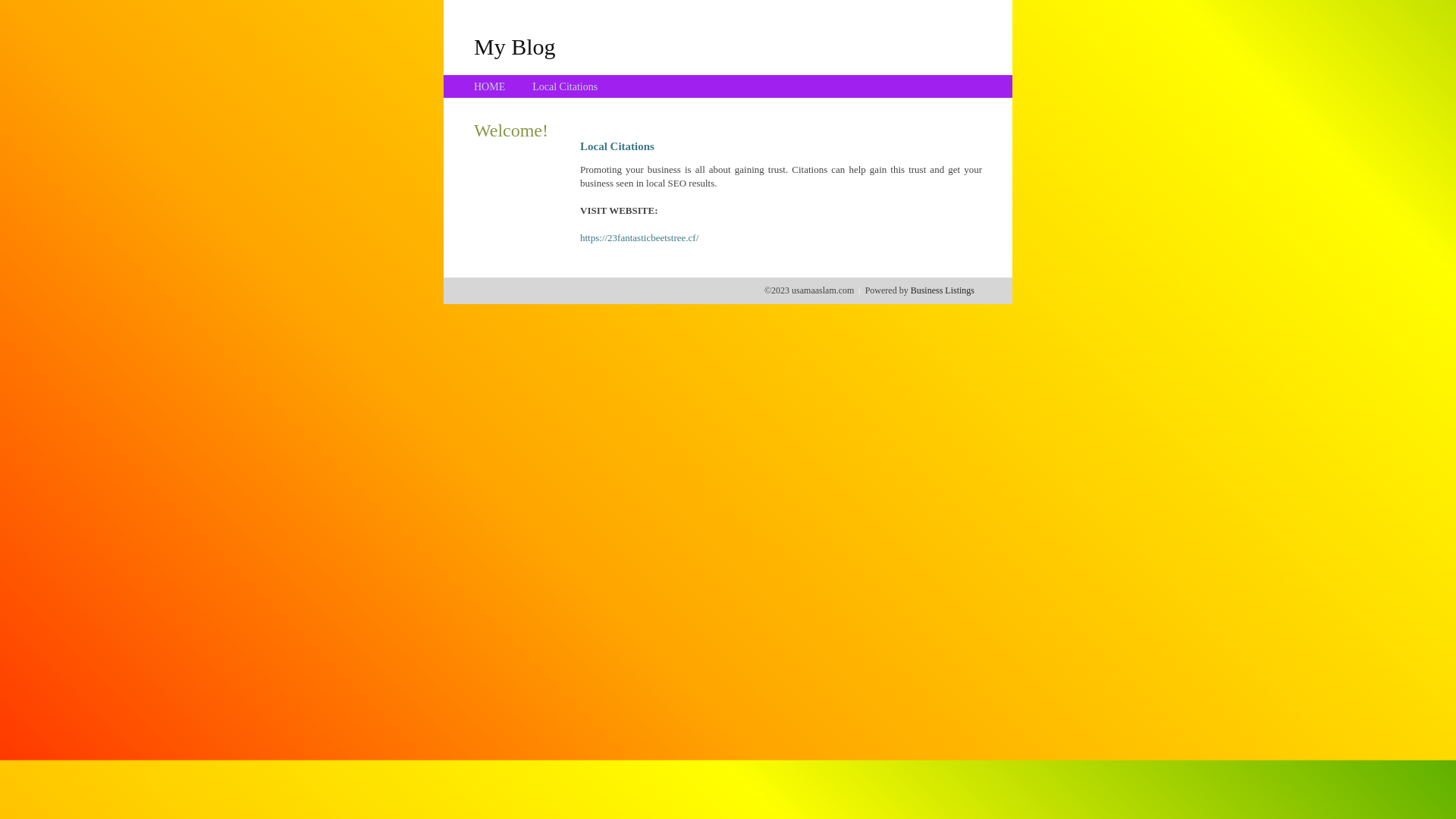  What do you see at coordinates (639, 237) in the screenshot?
I see `'https://23fantasticbeetstree.cf/'` at bounding box center [639, 237].